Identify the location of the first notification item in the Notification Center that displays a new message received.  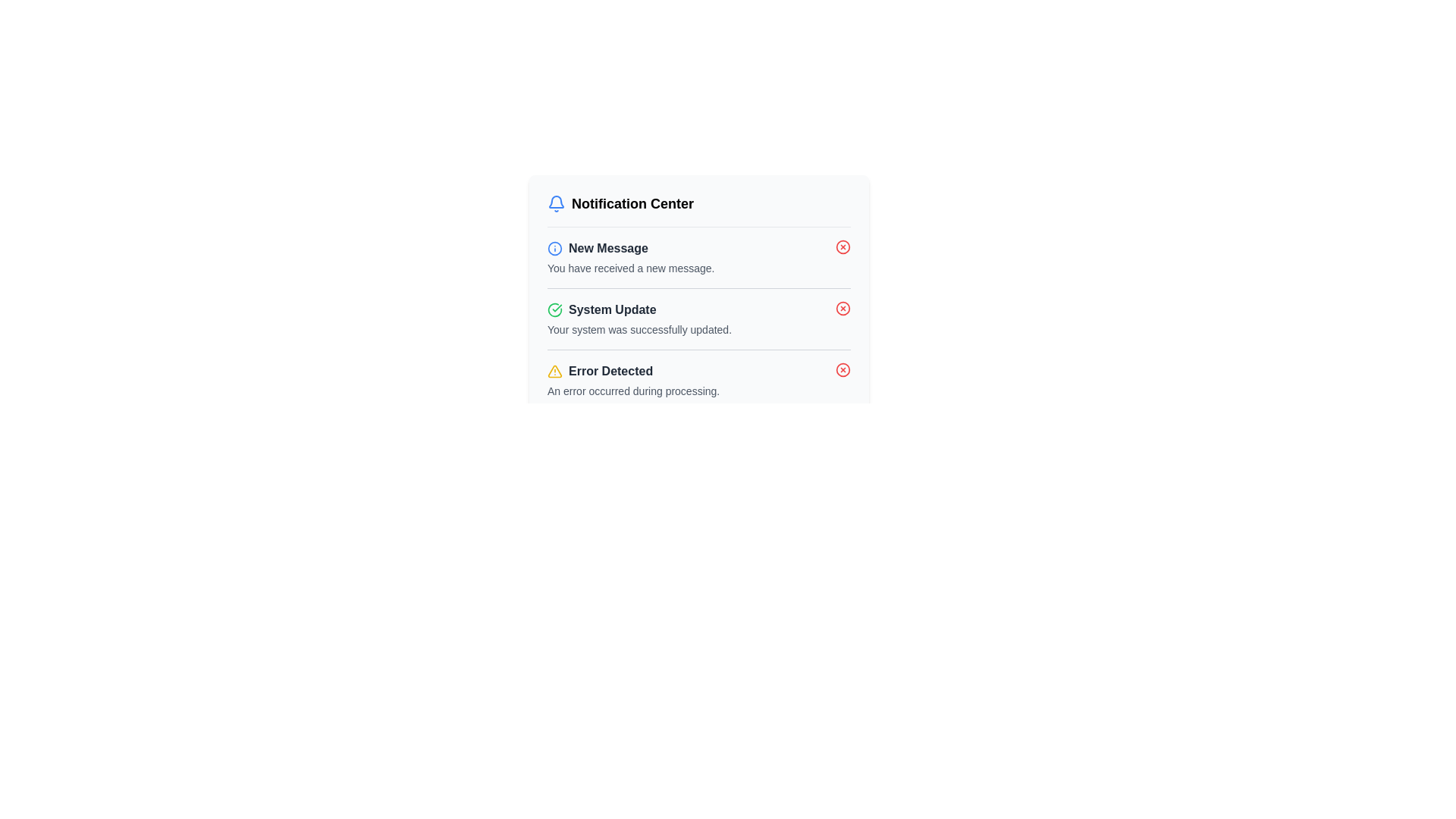
(698, 256).